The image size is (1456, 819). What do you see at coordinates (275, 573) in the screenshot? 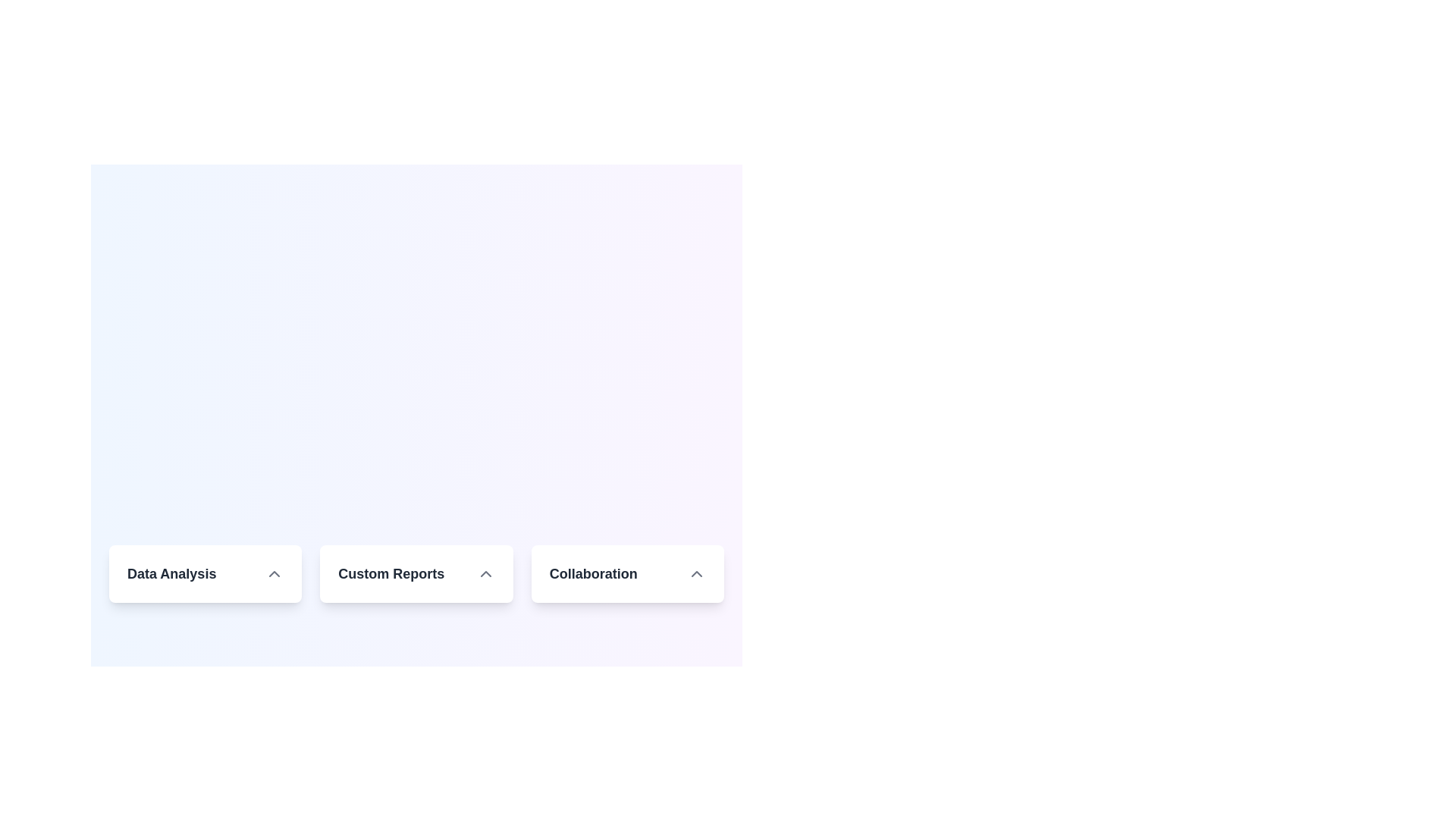
I see `the toggle icon located at the right end of the 'Data Analysis' section` at bounding box center [275, 573].